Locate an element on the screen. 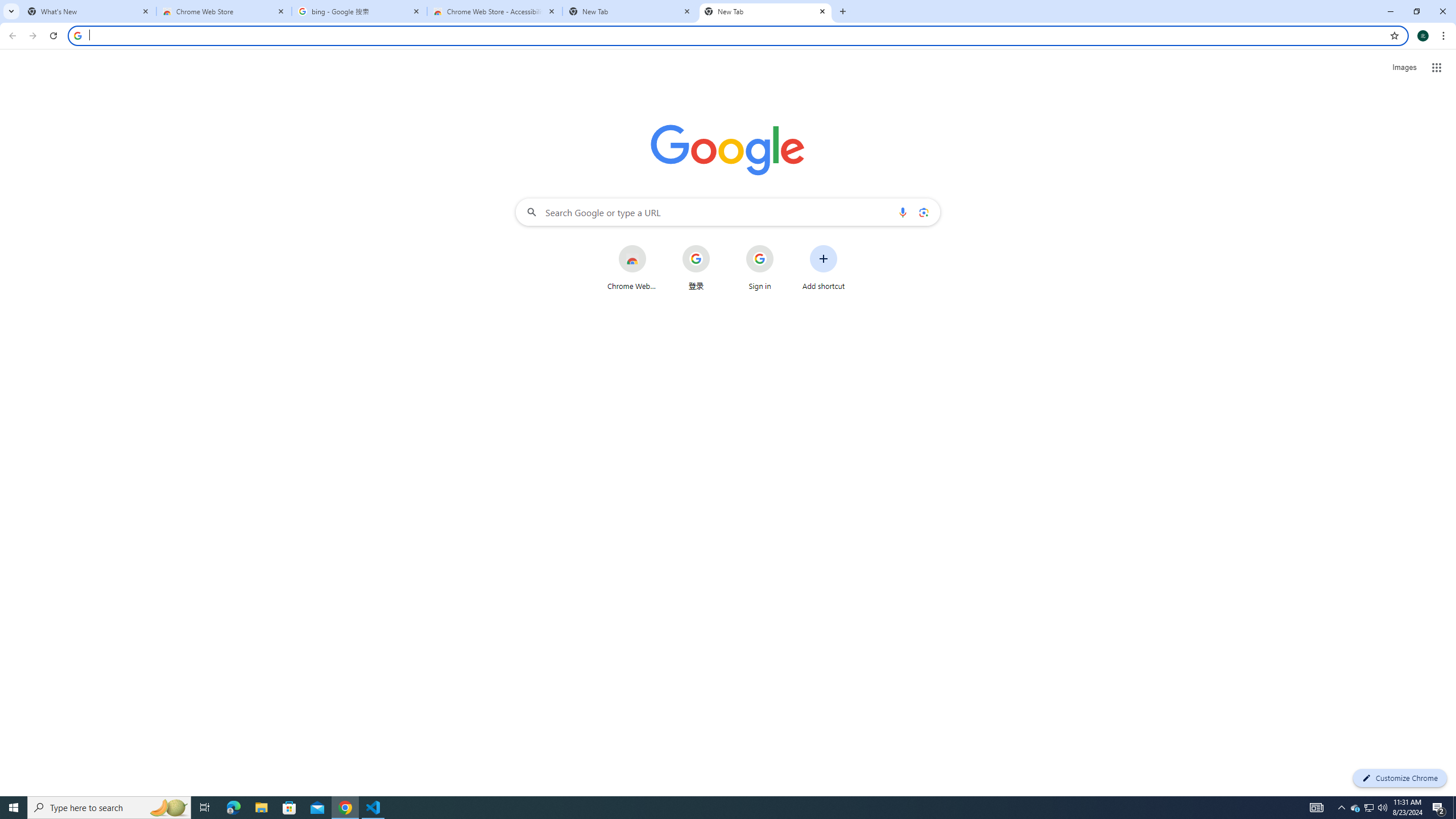 The height and width of the screenshot is (819, 1456). 'Customize Chrome' is located at coordinates (1400, 777).